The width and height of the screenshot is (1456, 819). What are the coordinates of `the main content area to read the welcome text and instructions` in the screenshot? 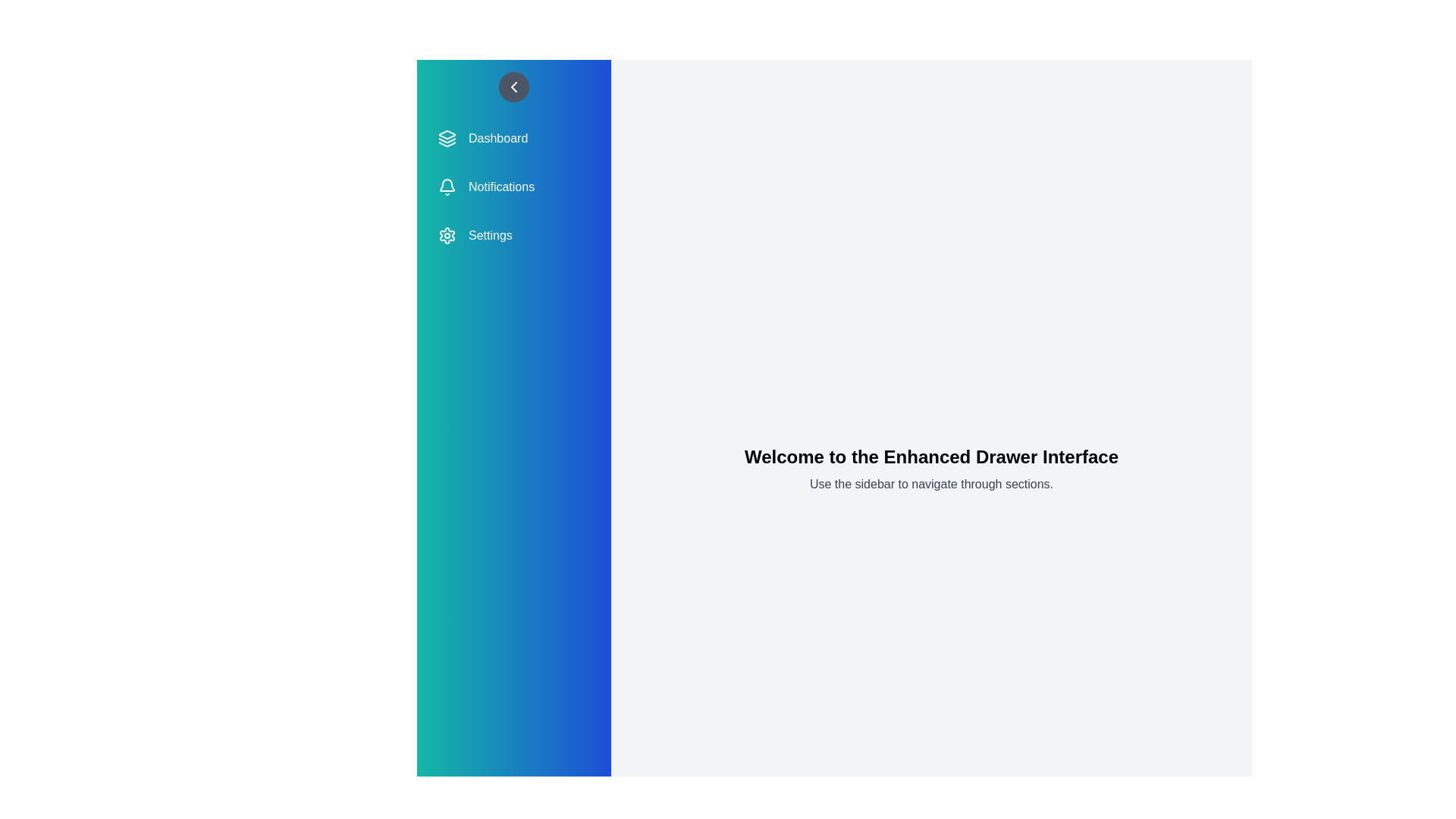 It's located at (930, 468).